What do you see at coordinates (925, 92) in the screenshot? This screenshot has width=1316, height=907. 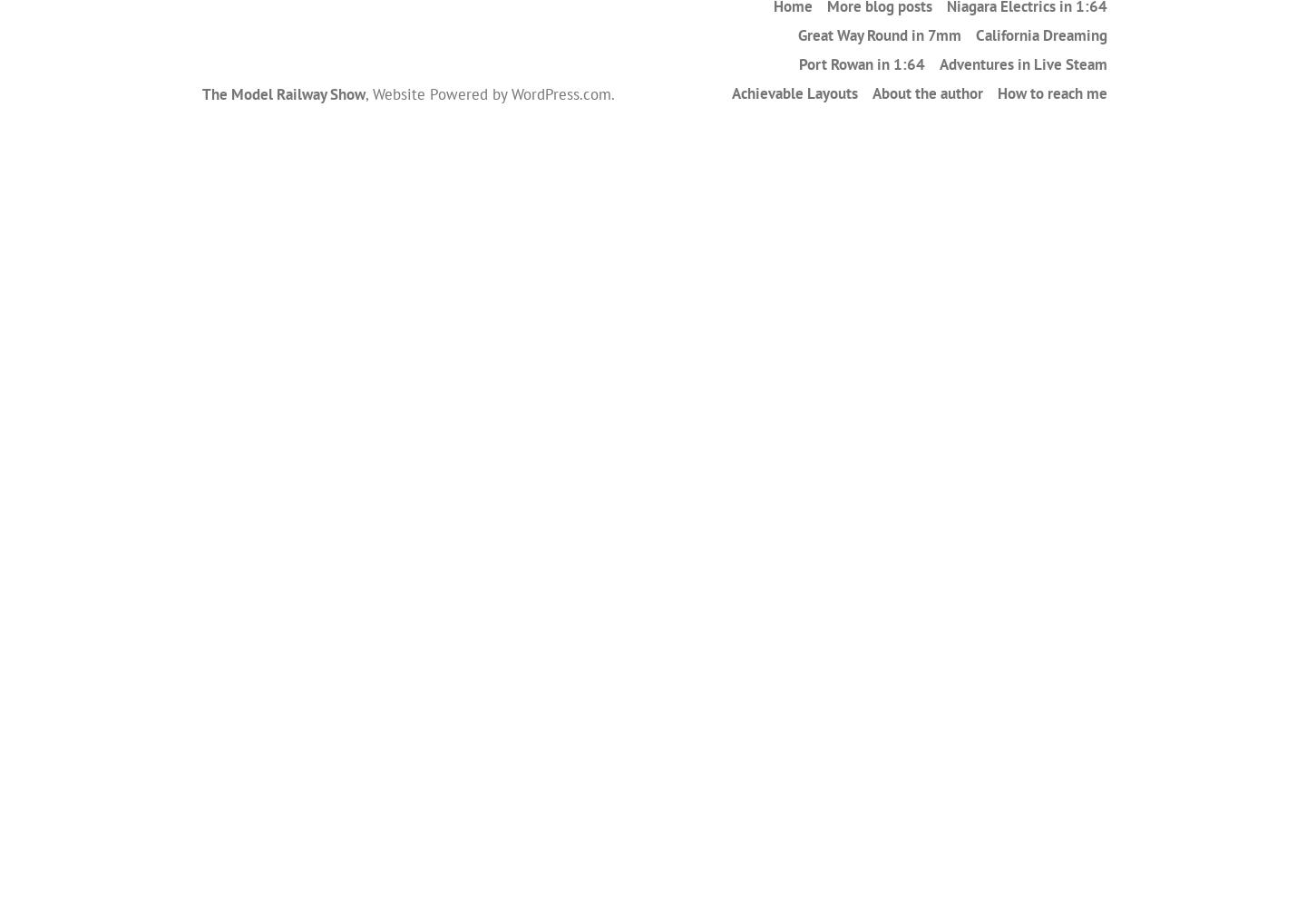 I see `'About the author'` at bounding box center [925, 92].